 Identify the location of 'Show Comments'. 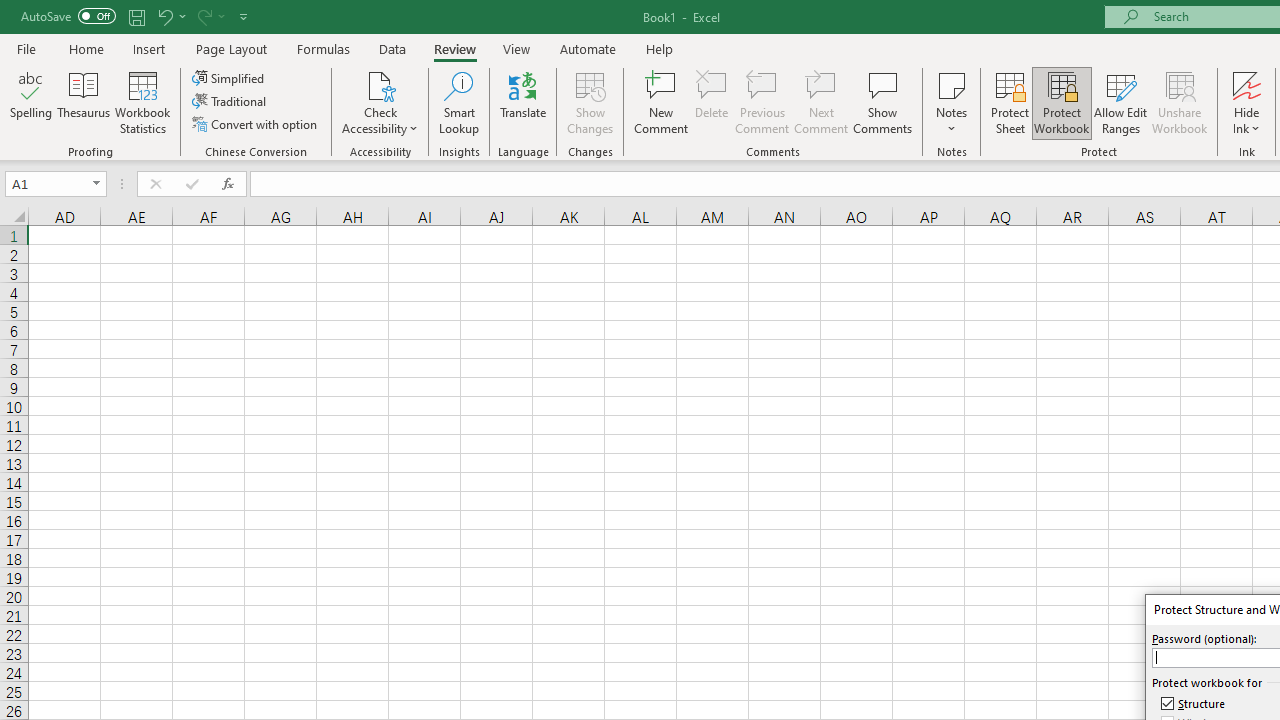
(882, 103).